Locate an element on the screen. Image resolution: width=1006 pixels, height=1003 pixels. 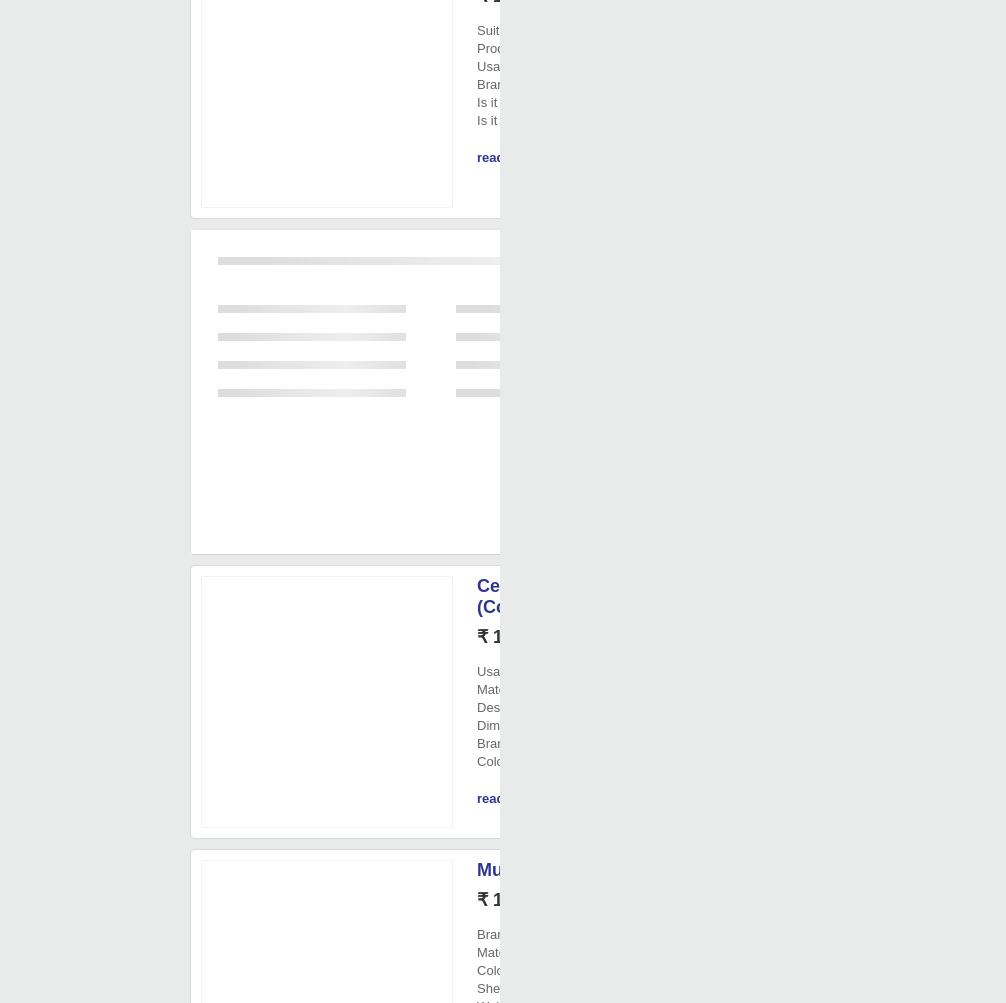
'Dimension' is located at coordinates (507, 724).